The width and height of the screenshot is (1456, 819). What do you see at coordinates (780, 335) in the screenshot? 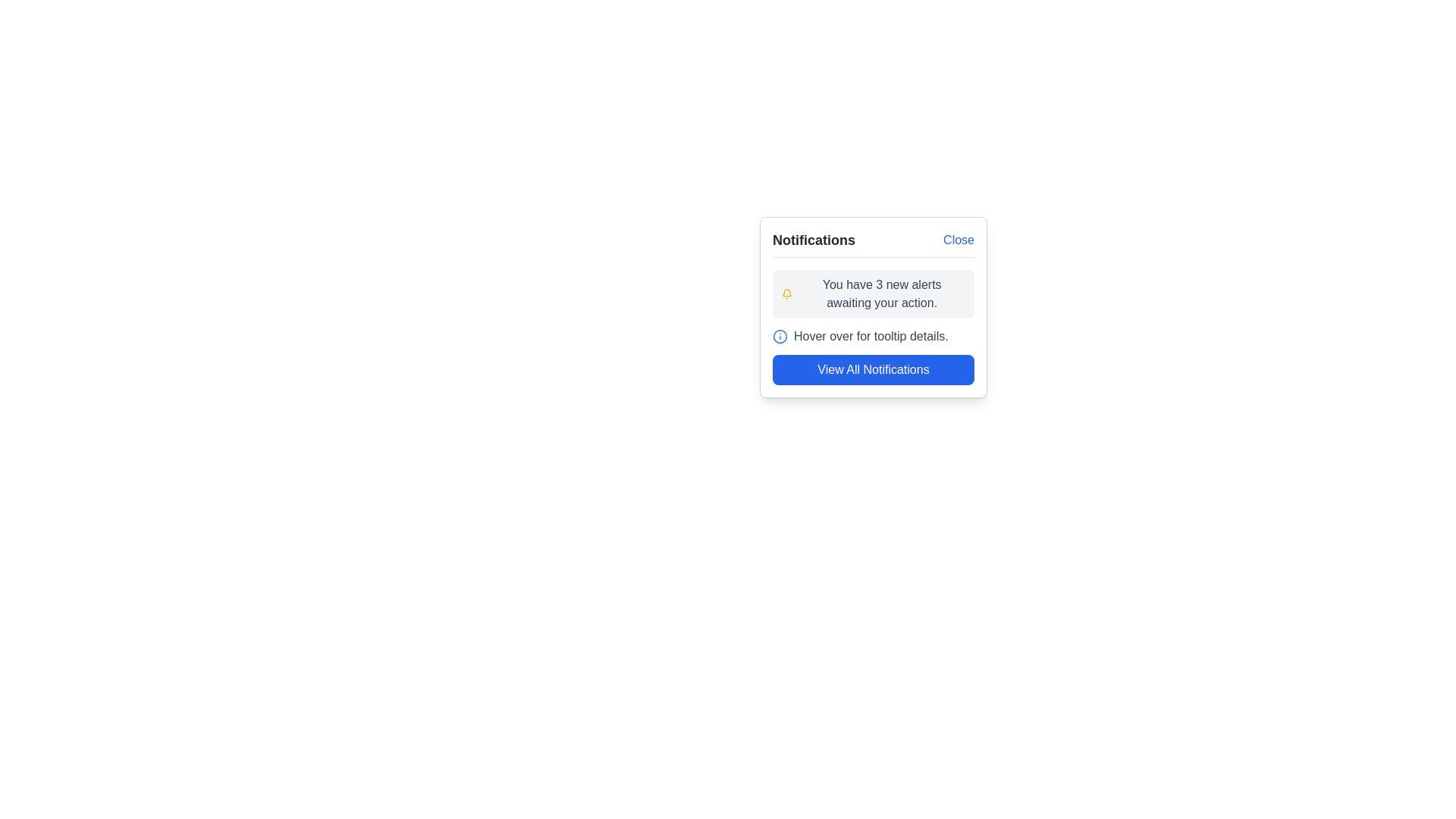
I see `the icon located in the second row of the notification card, to the left of the text 'Hover over for tooltip details.'` at bounding box center [780, 335].